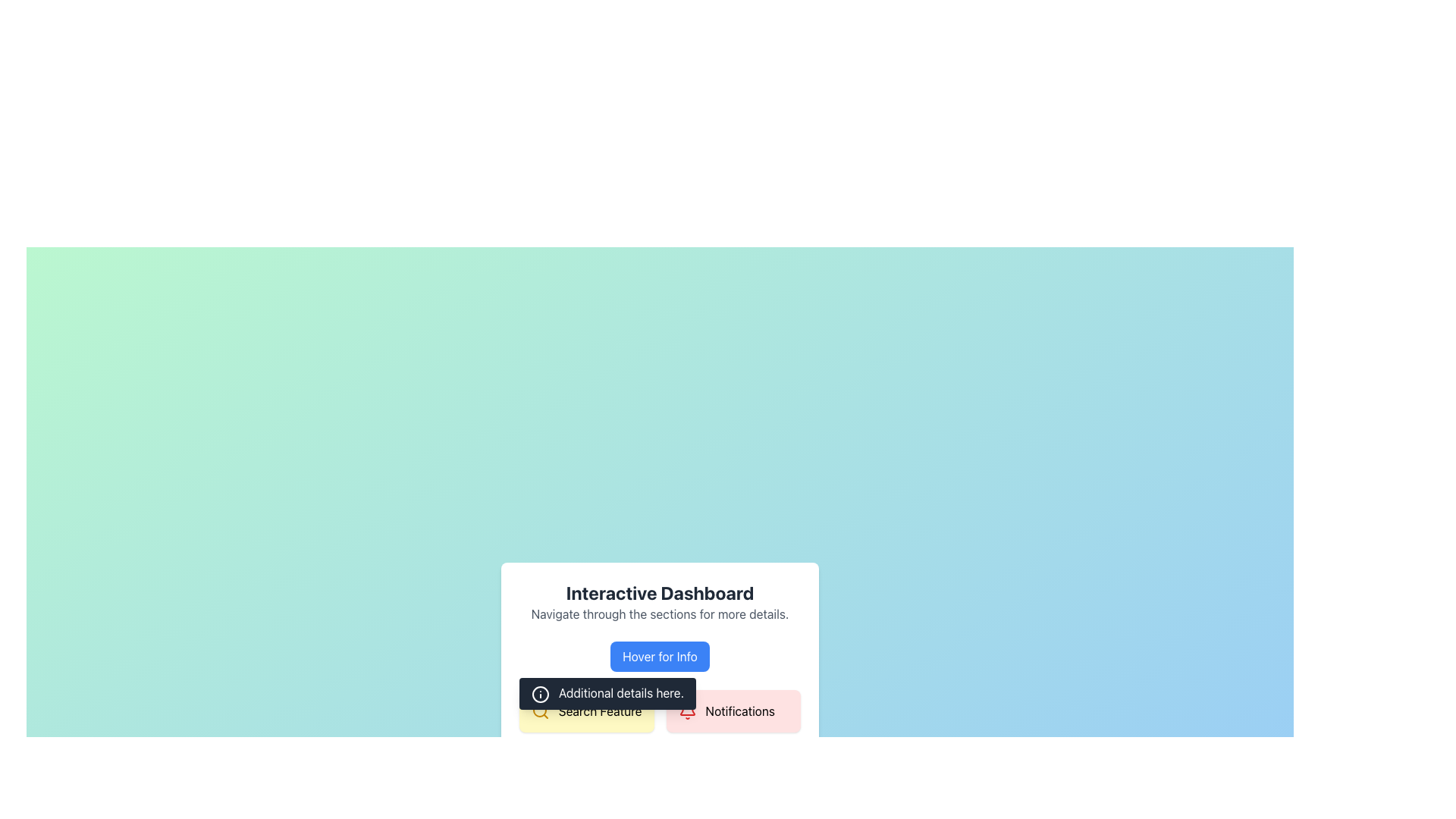  What do you see at coordinates (660, 656) in the screenshot?
I see `the button located under the title 'Interactive Dashboard'` at bounding box center [660, 656].